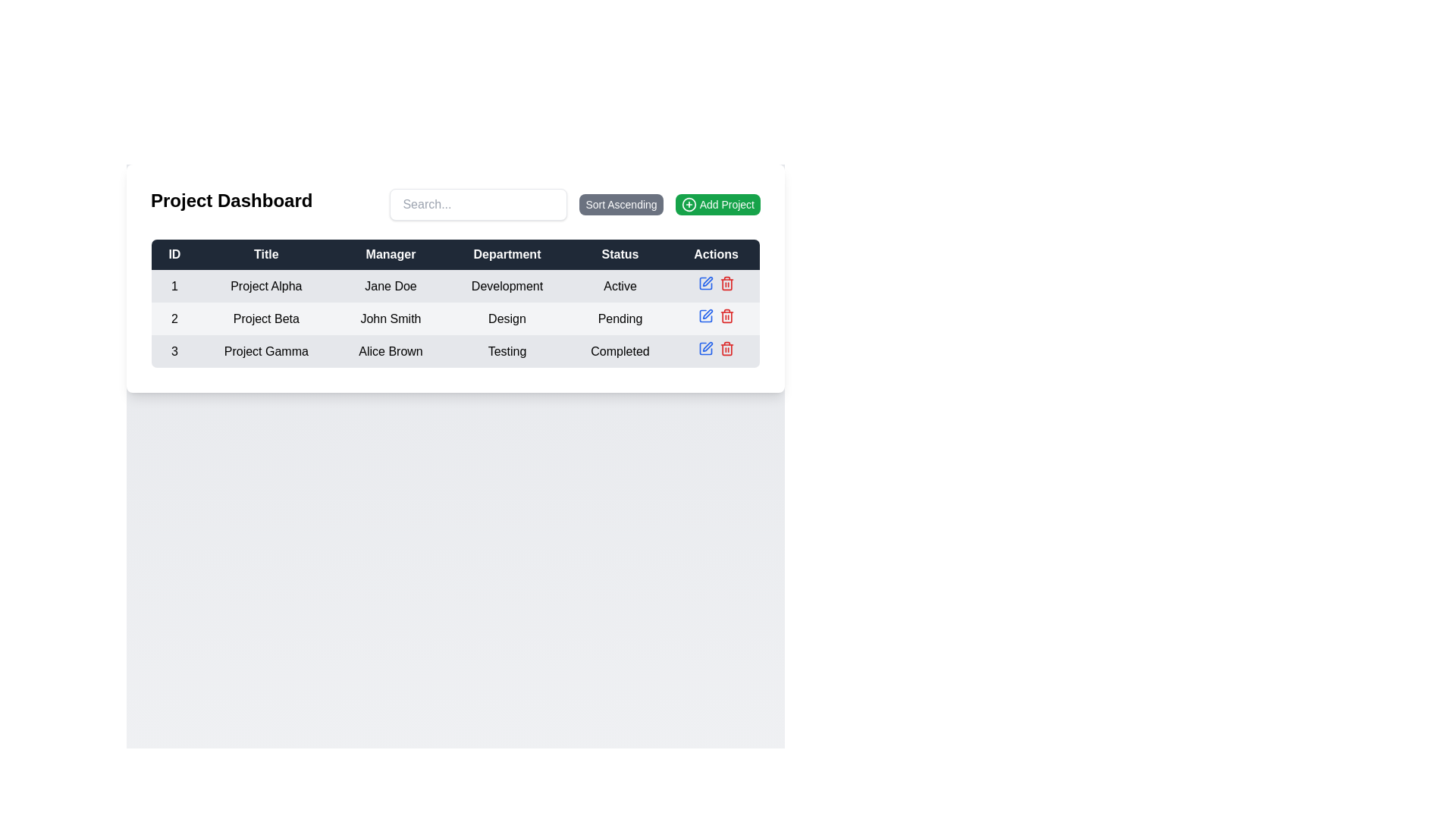  I want to click on the pen-shaped icon button located in the third row under the Actions column to initiate editing the record, so click(704, 348).